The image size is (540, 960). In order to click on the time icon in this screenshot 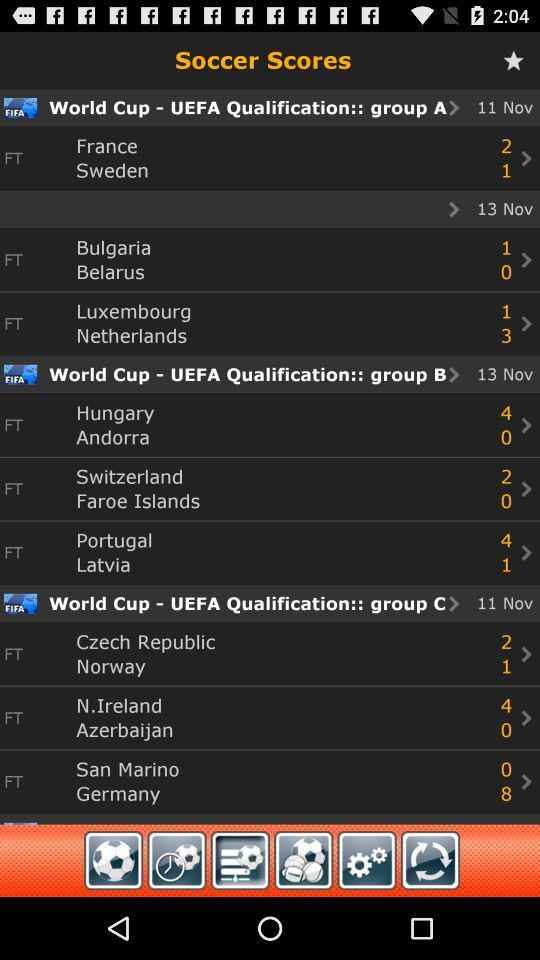, I will do `click(177, 921)`.